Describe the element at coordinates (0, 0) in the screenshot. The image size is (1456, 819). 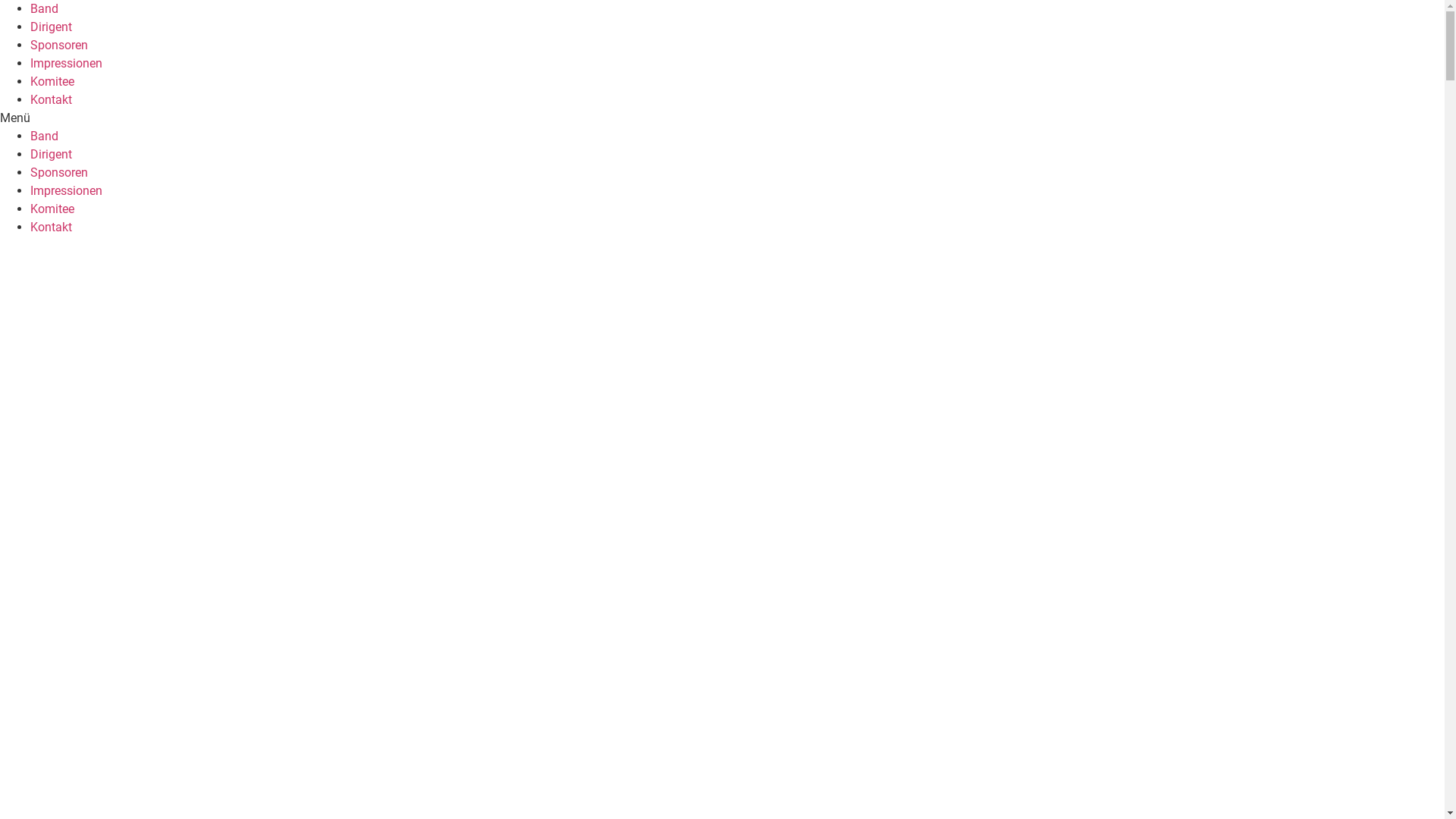
I see `'Zum Inhalt wechseln'` at that location.